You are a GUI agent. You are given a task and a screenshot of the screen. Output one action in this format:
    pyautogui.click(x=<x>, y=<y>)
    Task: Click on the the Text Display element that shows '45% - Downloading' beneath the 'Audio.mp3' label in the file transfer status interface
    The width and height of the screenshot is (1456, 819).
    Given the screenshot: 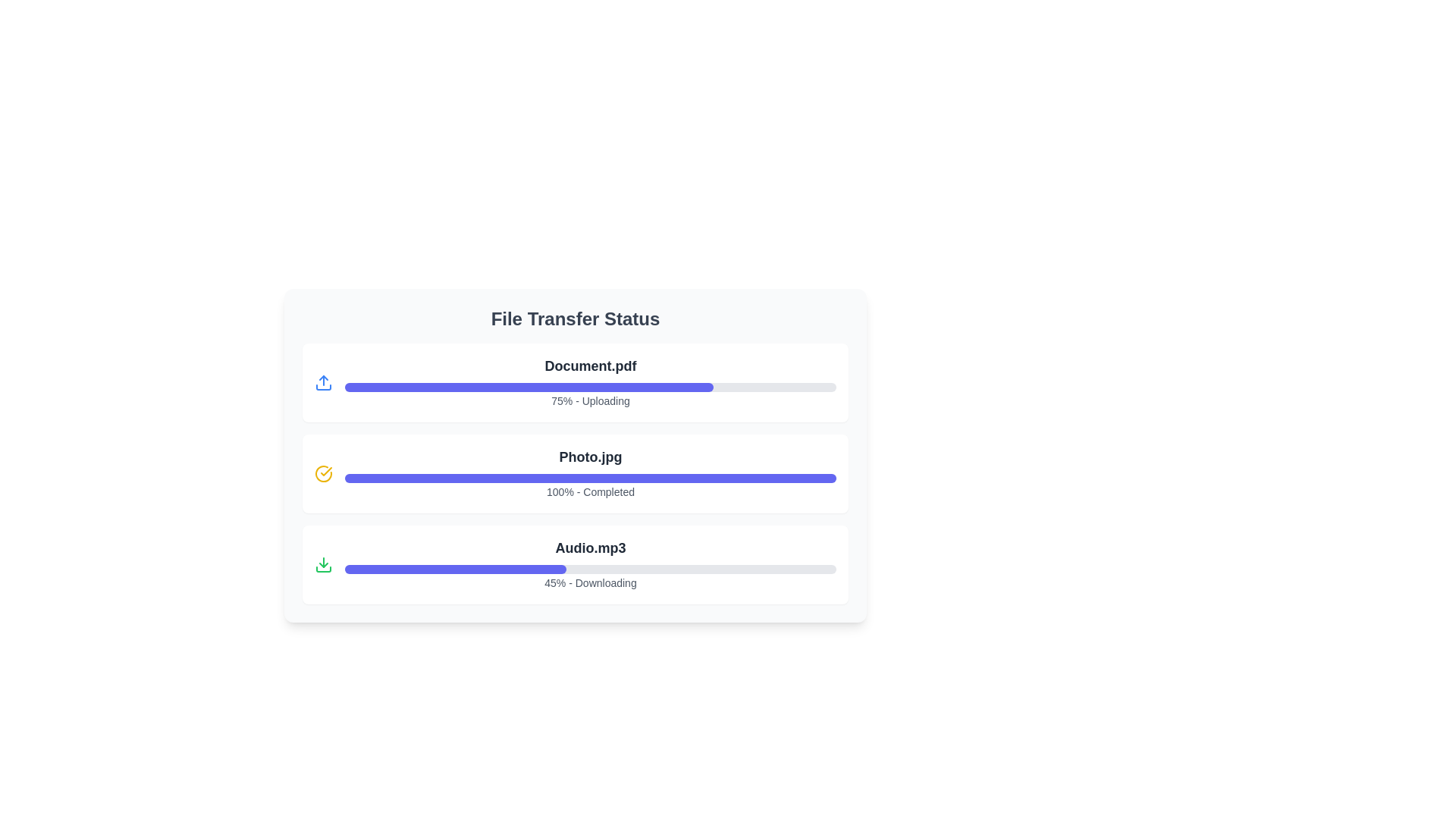 What is the action you would take?
    pyautogui.click(x=589, y=582)
    